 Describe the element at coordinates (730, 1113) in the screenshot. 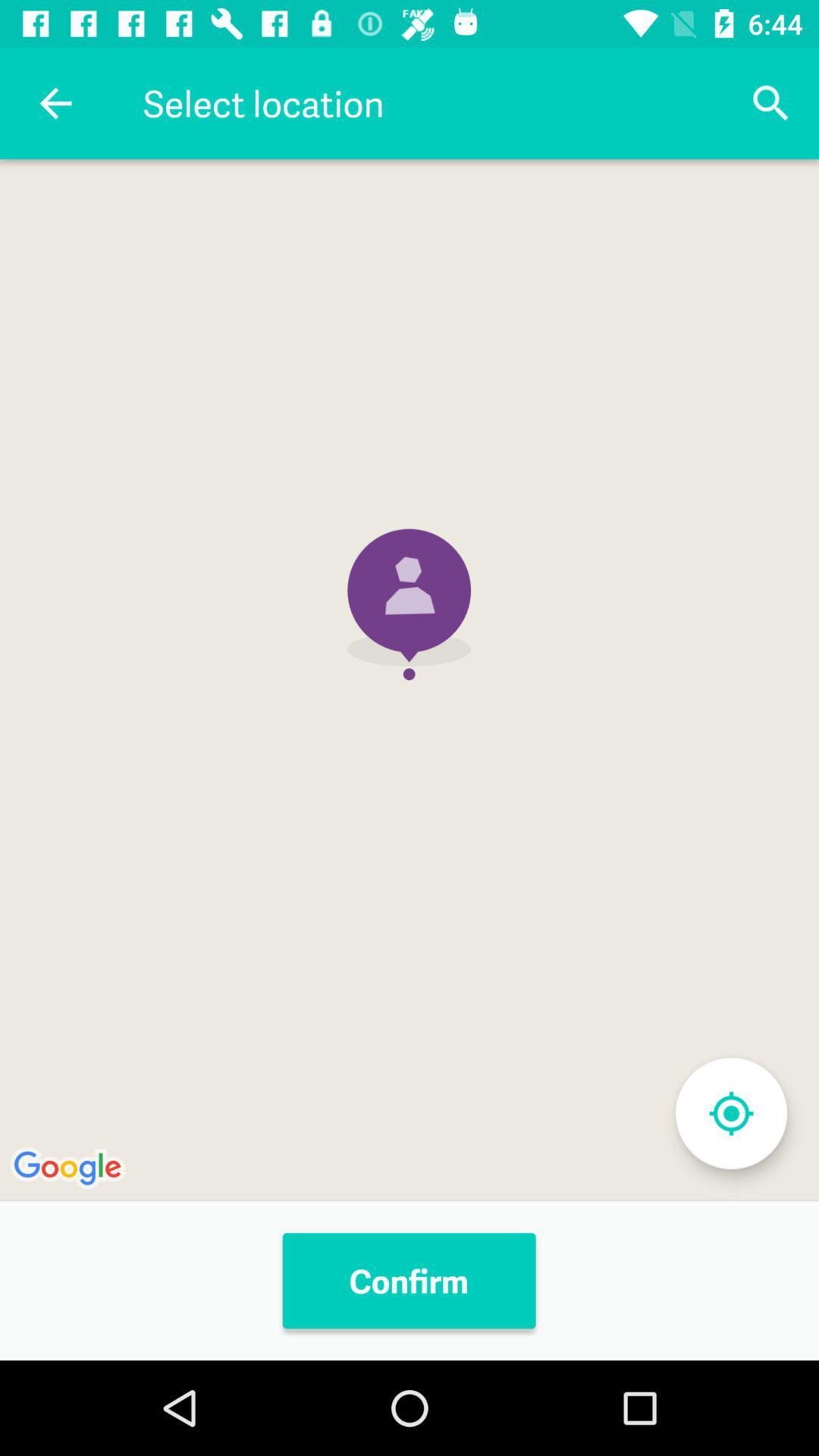

I see `my location` at that location.